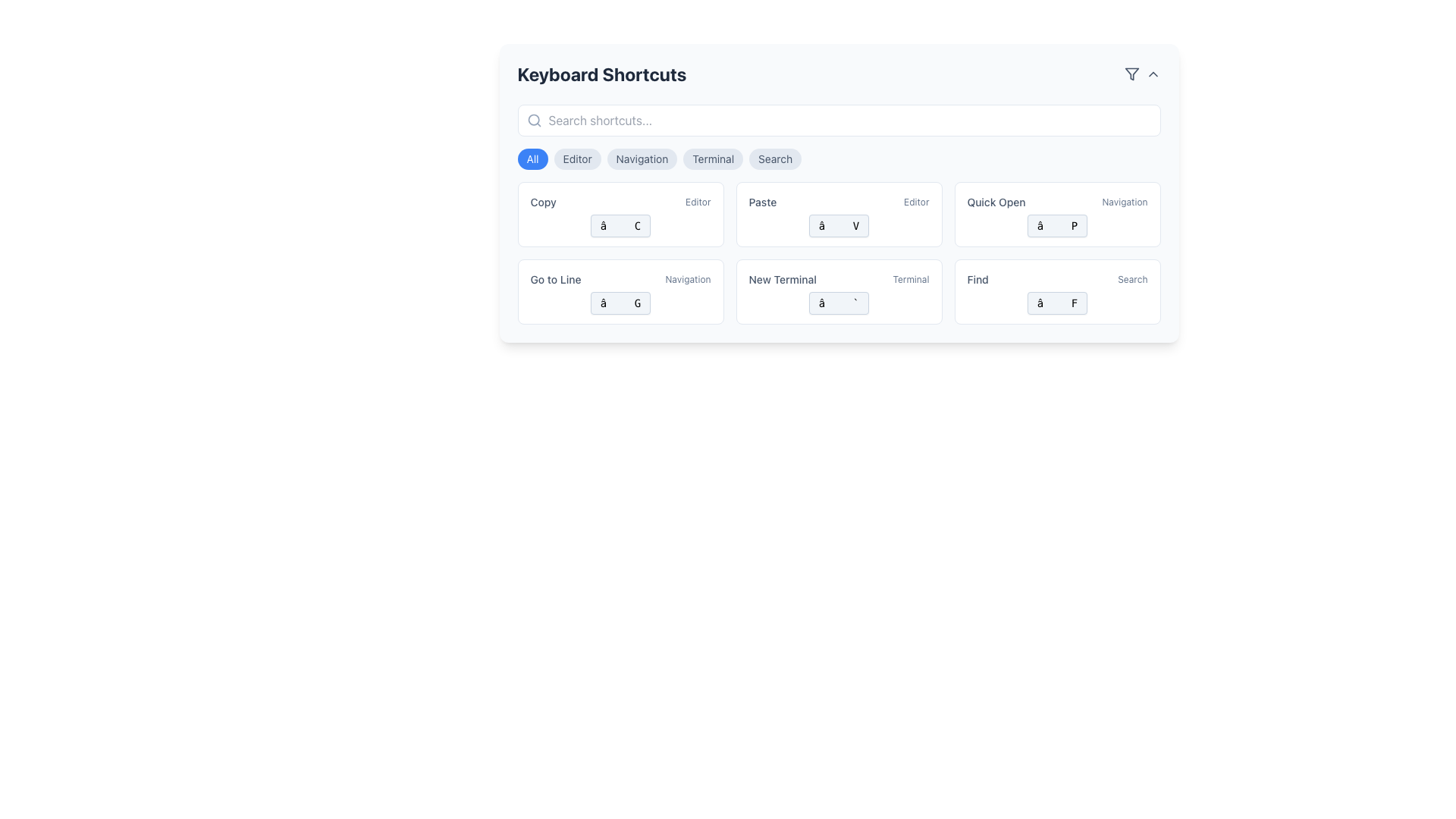 The width and height of the screenshot is (1456, 819). Describe the element at coordinates (838, 225) in the screenshot. I see `the rounded rectangular button labeled with a symbol and 'V' under the 'Paste' shortcut in the 'Keyboard Shortcuts' grid` at that location.